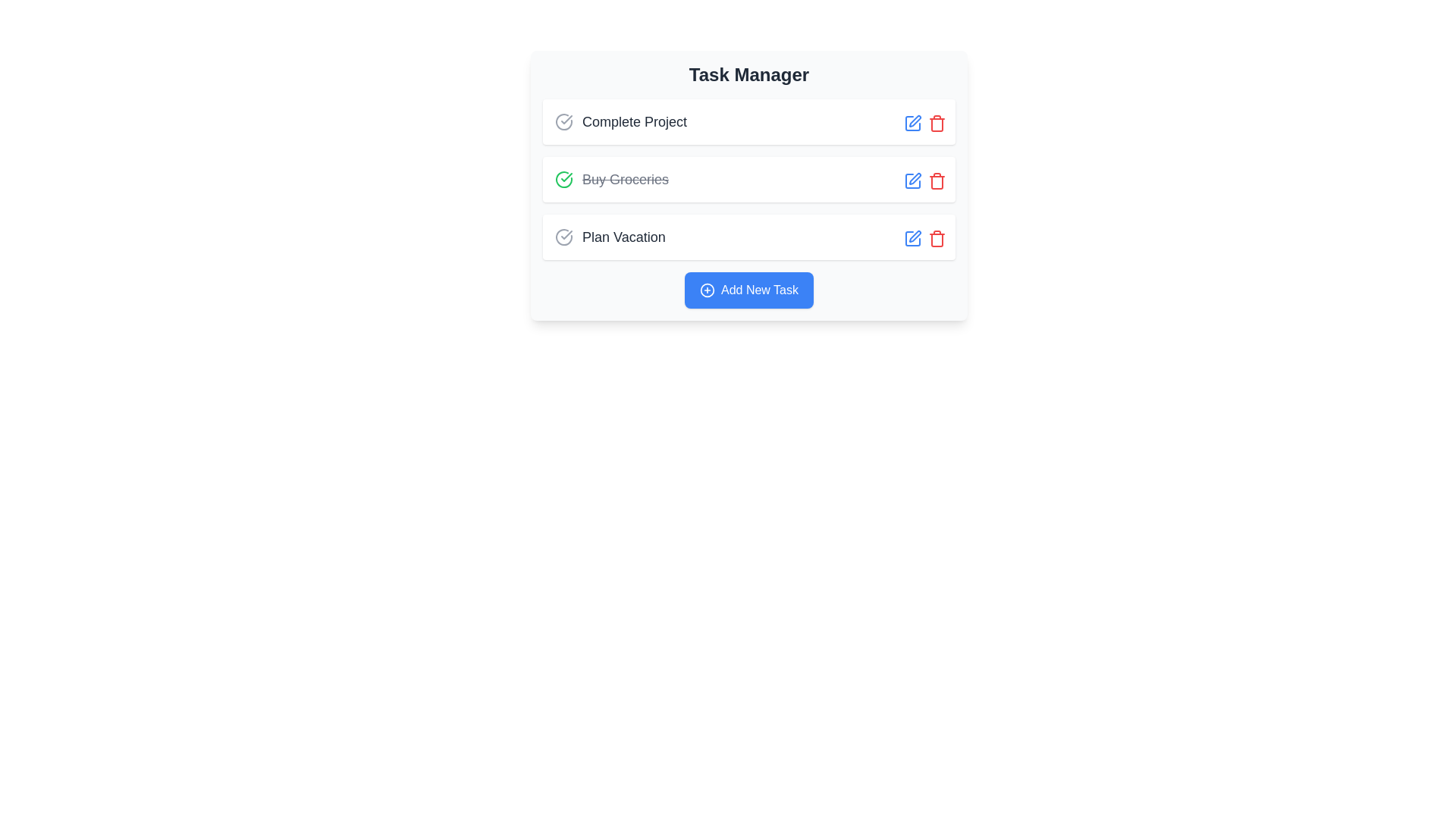  Describe the element at coordinates (563, 237) in the screenshot. I see `the circular gray icon with a checkmark located to the left of the text 'Plan Vacation' for additional details` at that location.